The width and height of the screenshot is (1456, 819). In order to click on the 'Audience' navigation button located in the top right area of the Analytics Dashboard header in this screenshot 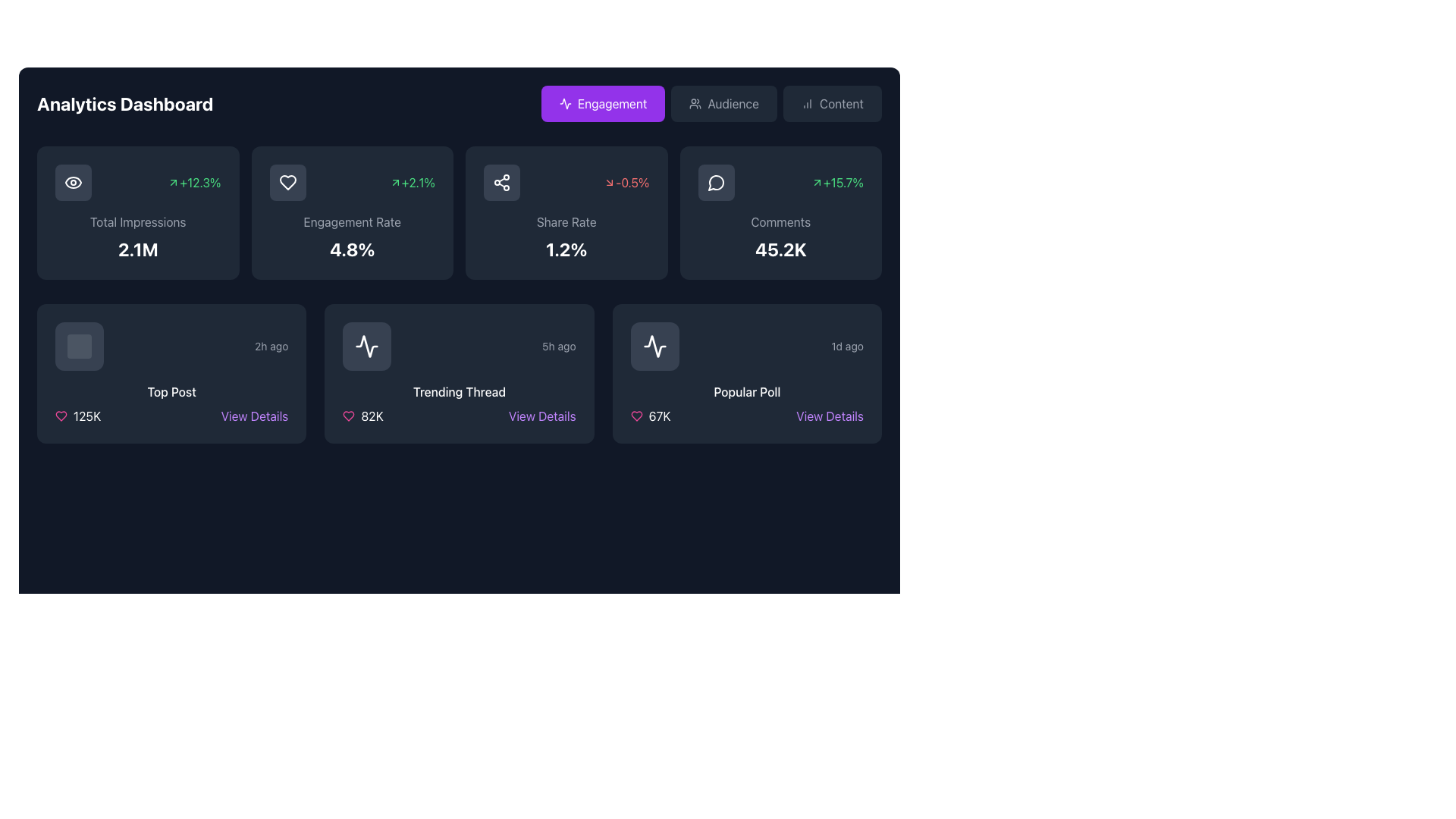, I will do `click(711, 103)`.